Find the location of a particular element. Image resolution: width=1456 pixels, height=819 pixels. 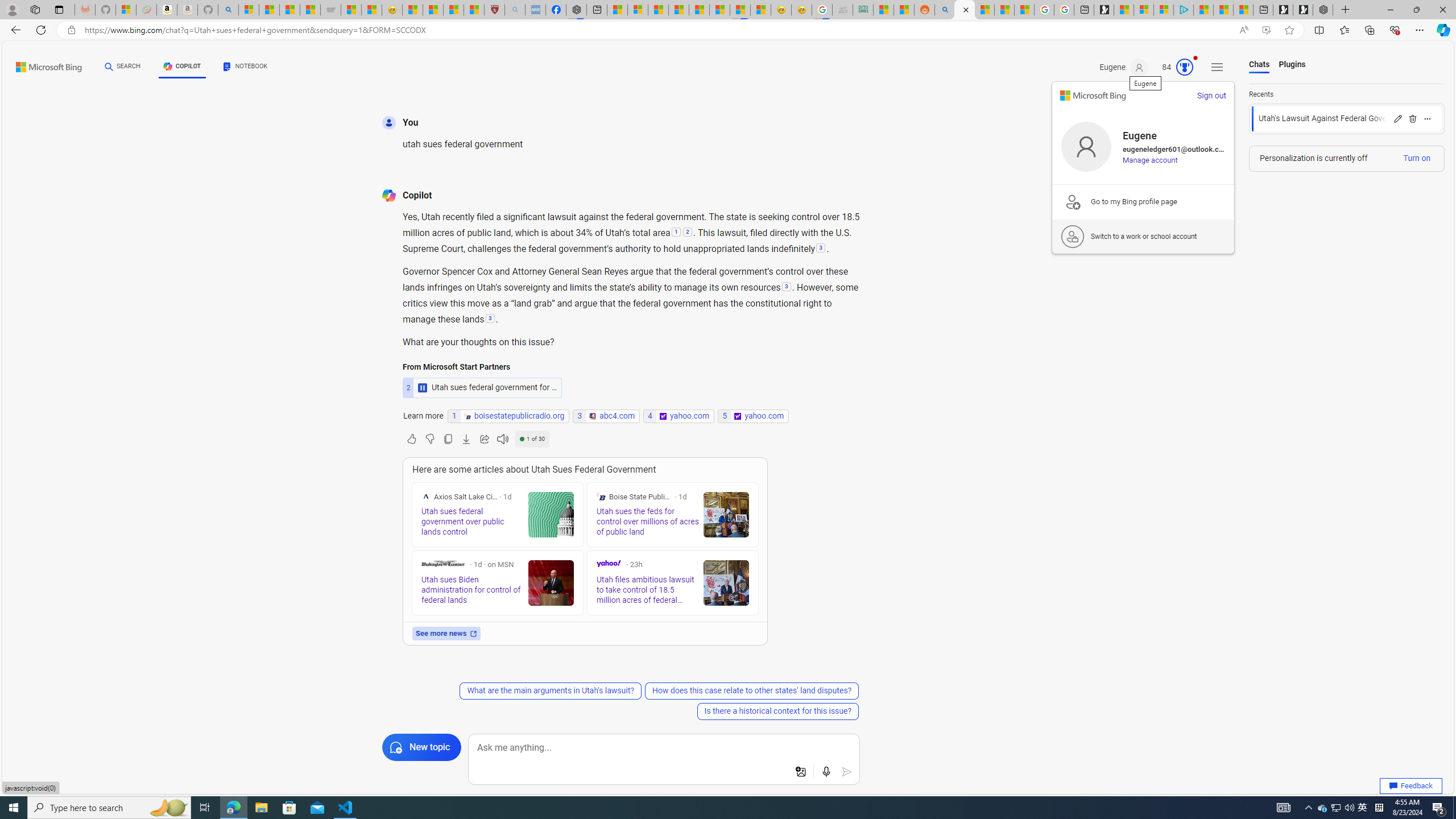

'See more news' is located at coordinates (445, 632).